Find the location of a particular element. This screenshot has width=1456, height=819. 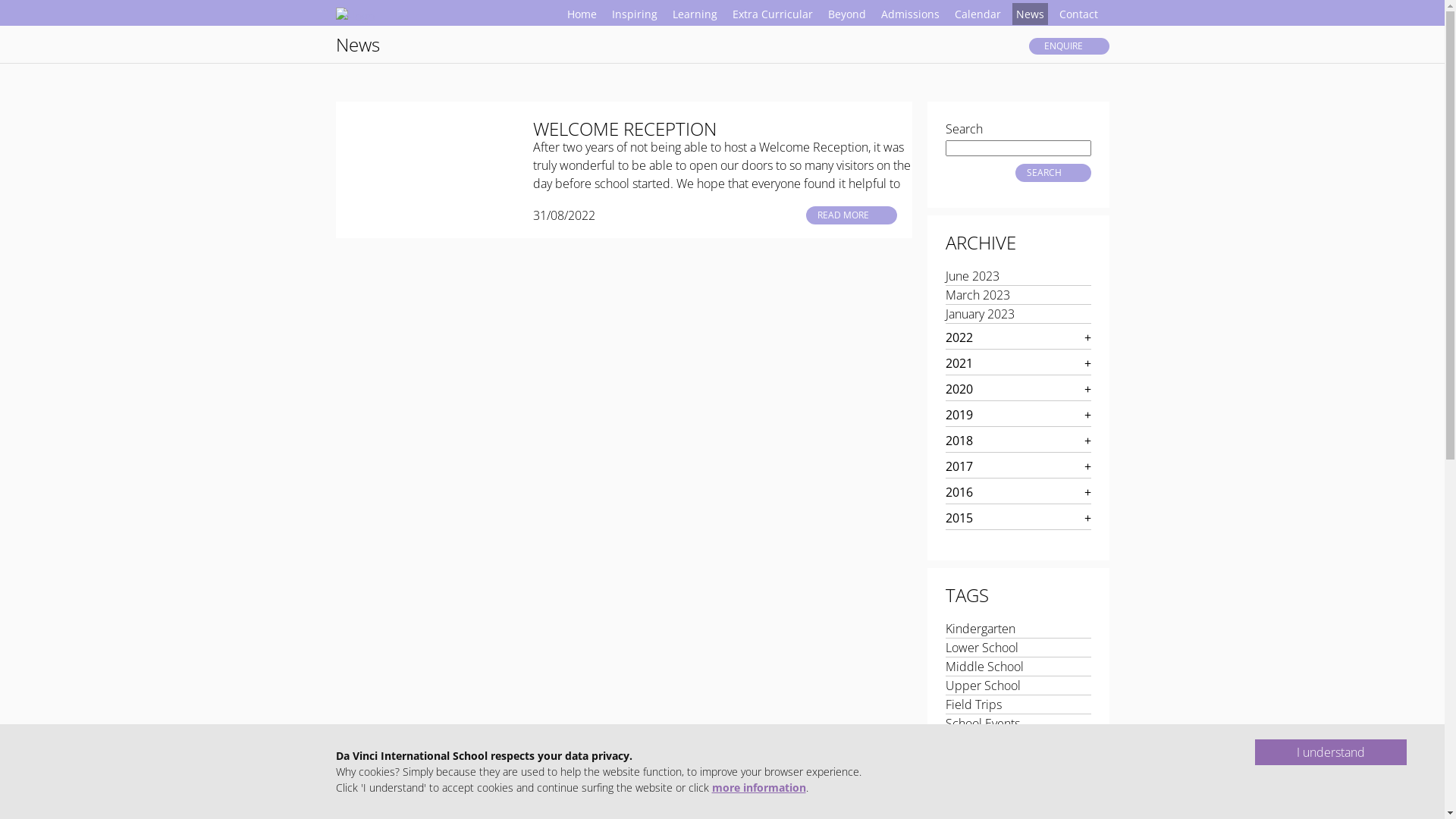

'News' is located at coordinates (1029, 14).